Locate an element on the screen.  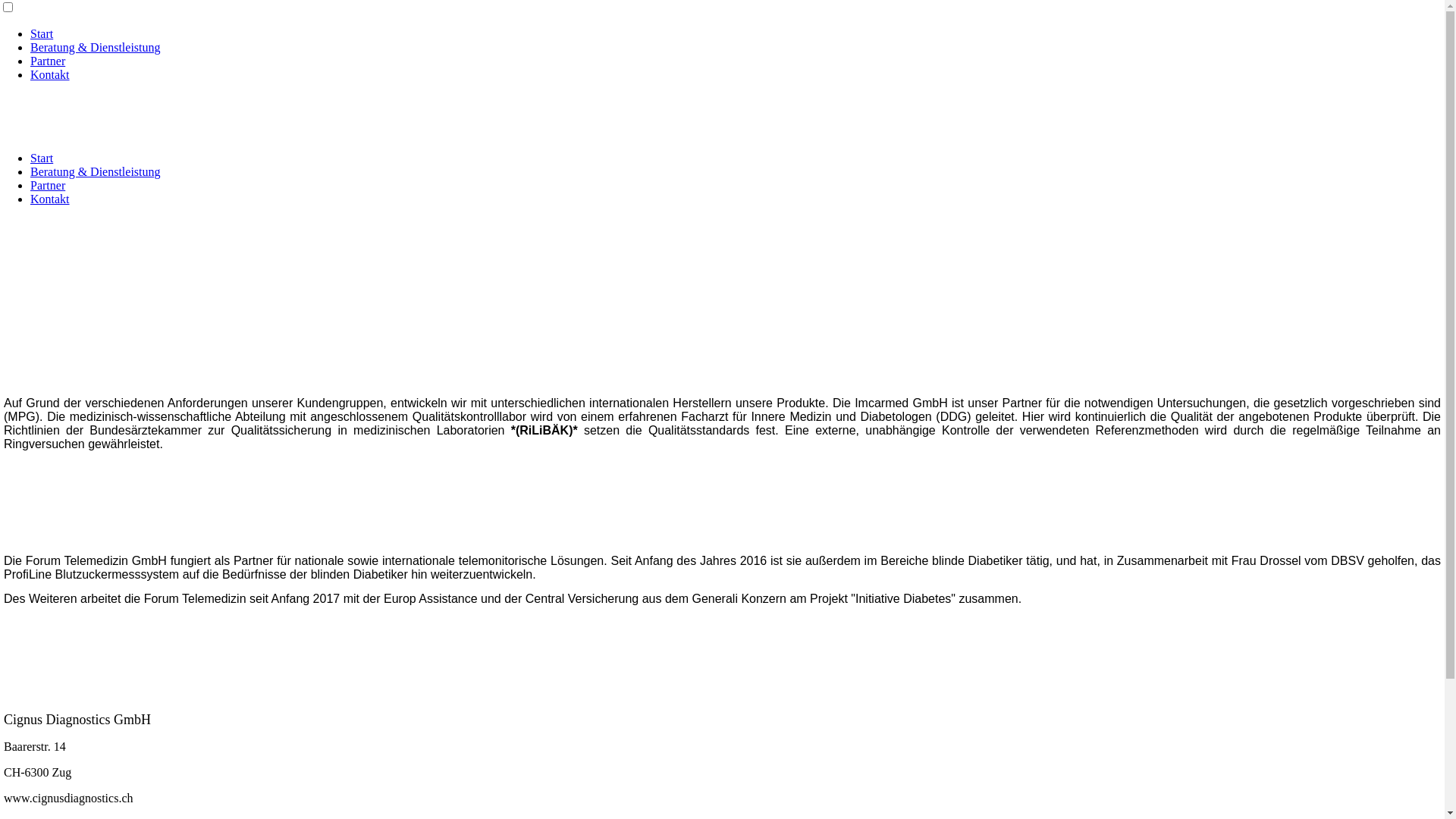
'Start' is located at coordinates (41, 158).